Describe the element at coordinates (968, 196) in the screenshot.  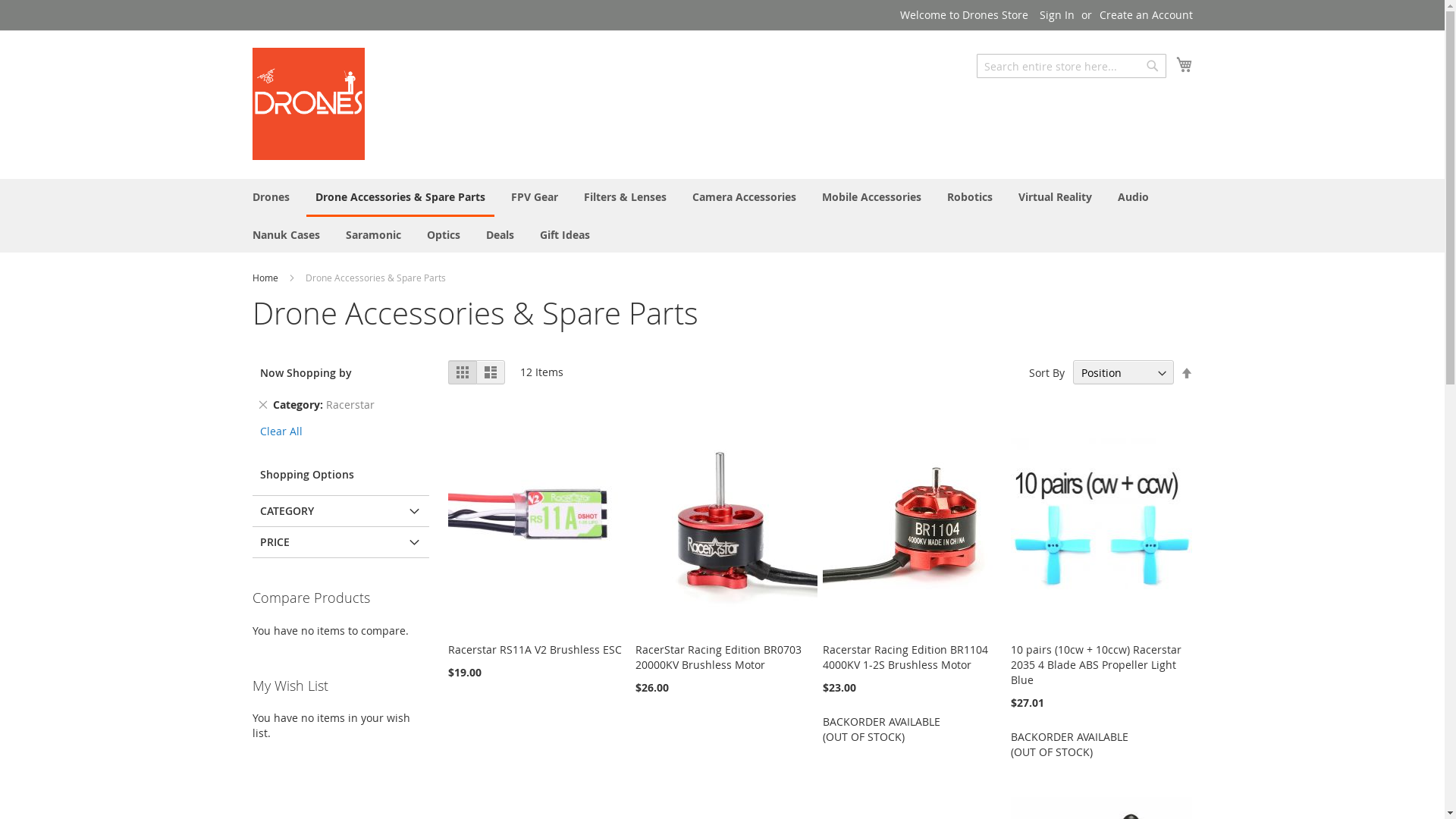
I see `'Robotics'` at that location.